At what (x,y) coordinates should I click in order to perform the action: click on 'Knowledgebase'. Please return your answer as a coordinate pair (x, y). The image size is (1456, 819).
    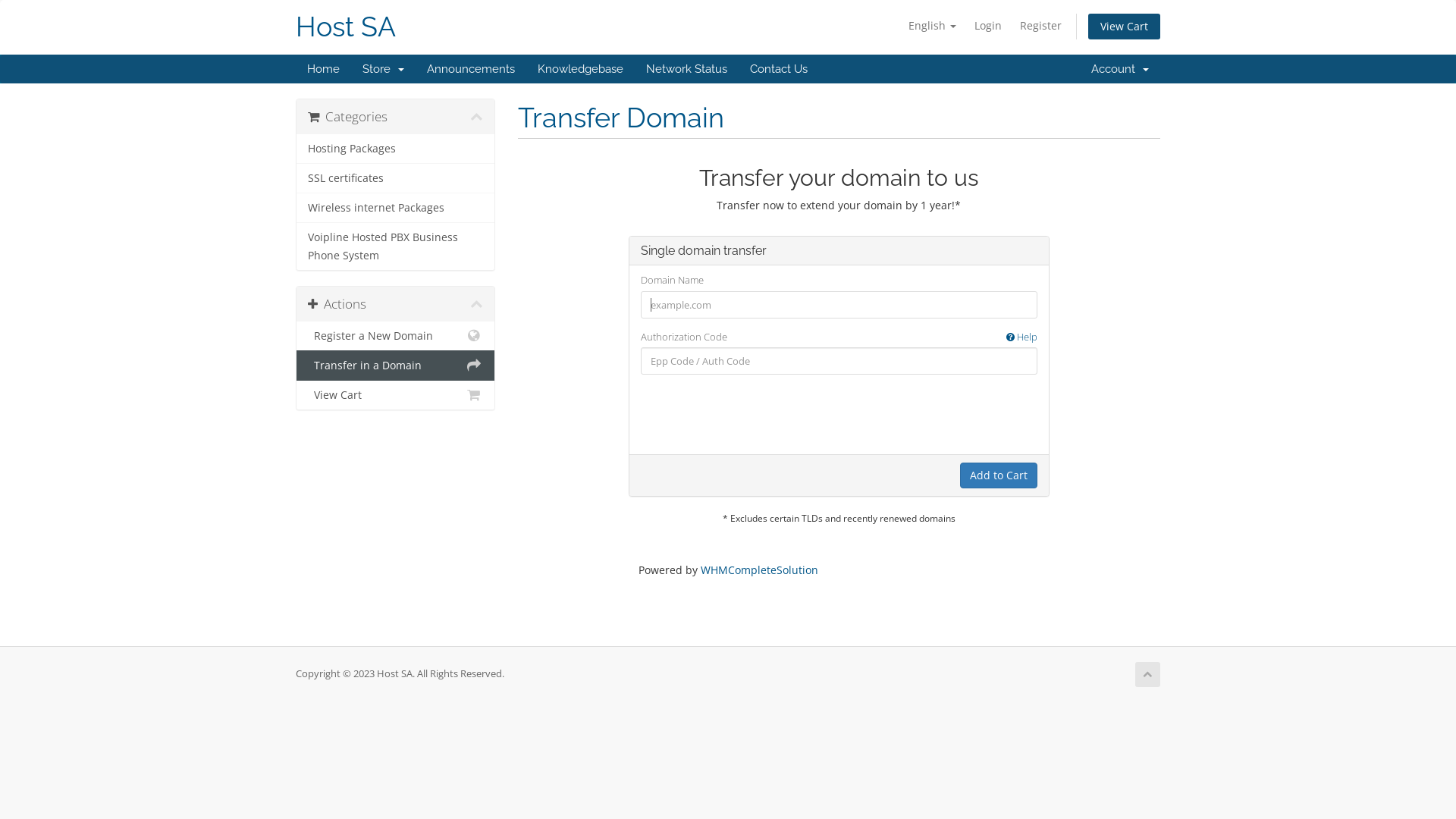
    Looking at the image, I should click on (579, 69).